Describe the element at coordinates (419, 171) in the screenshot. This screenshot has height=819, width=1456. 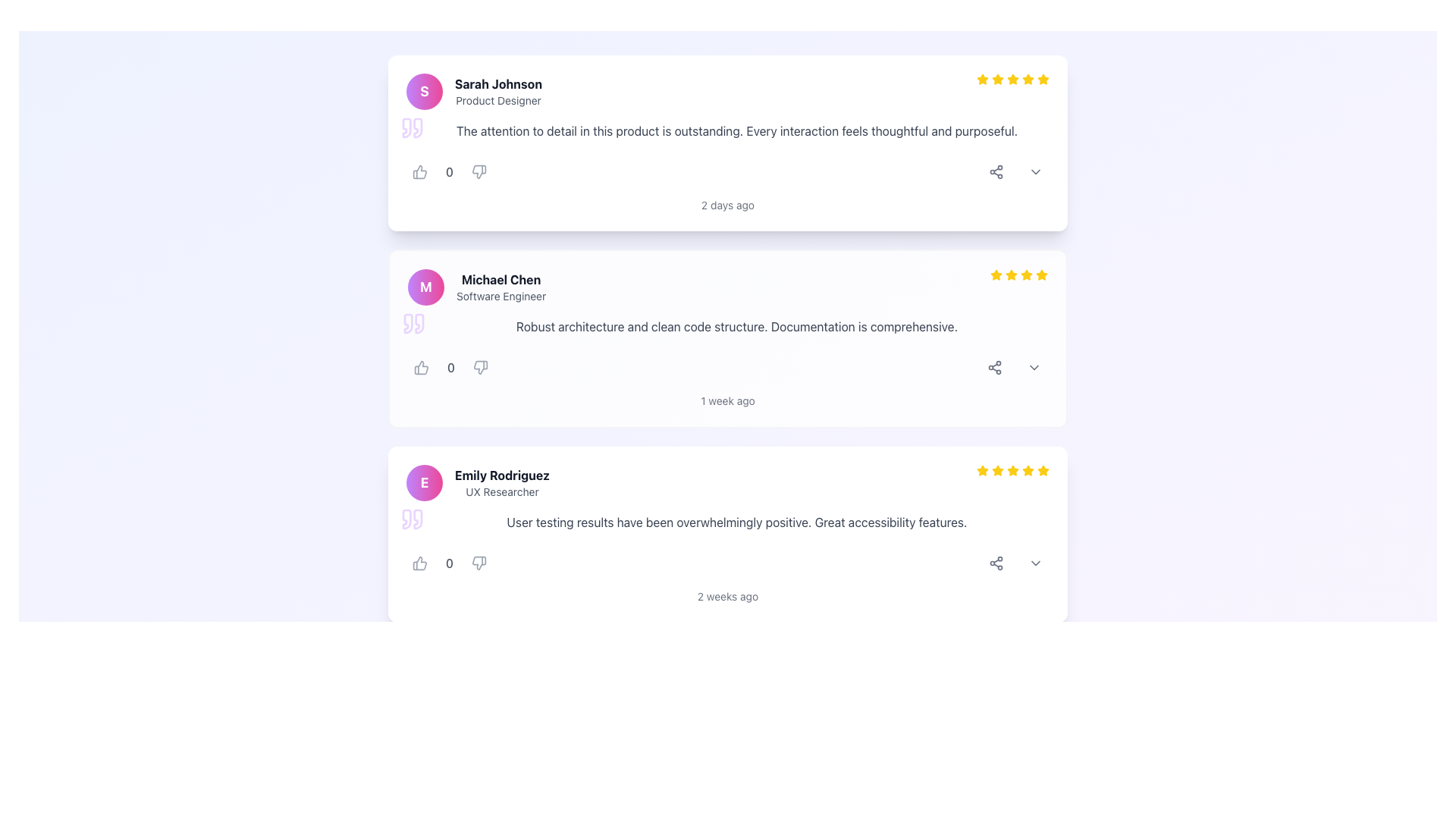
I see `the 'thumbs-up' icon, which is styled with a clean and minimalistic outline and gray color, located to the left of the text '0'` at that location.